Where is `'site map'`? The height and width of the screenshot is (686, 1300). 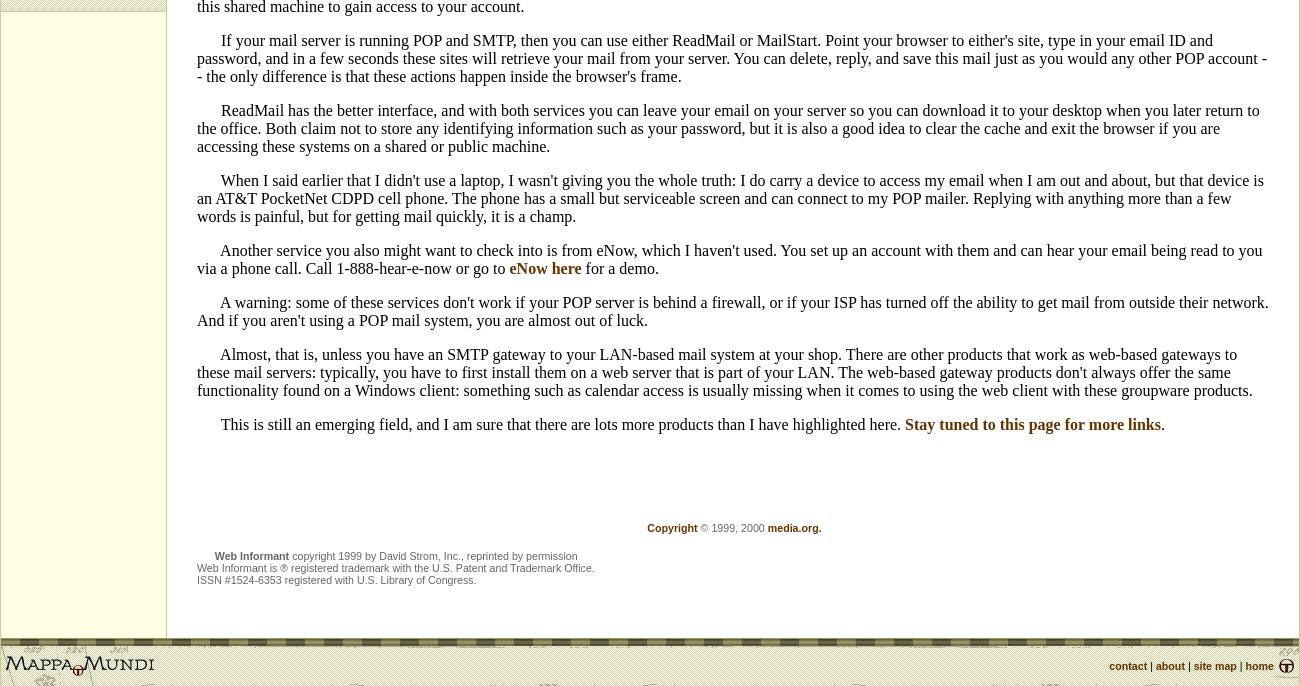 'site map' is located at coordinates (1213, 665).